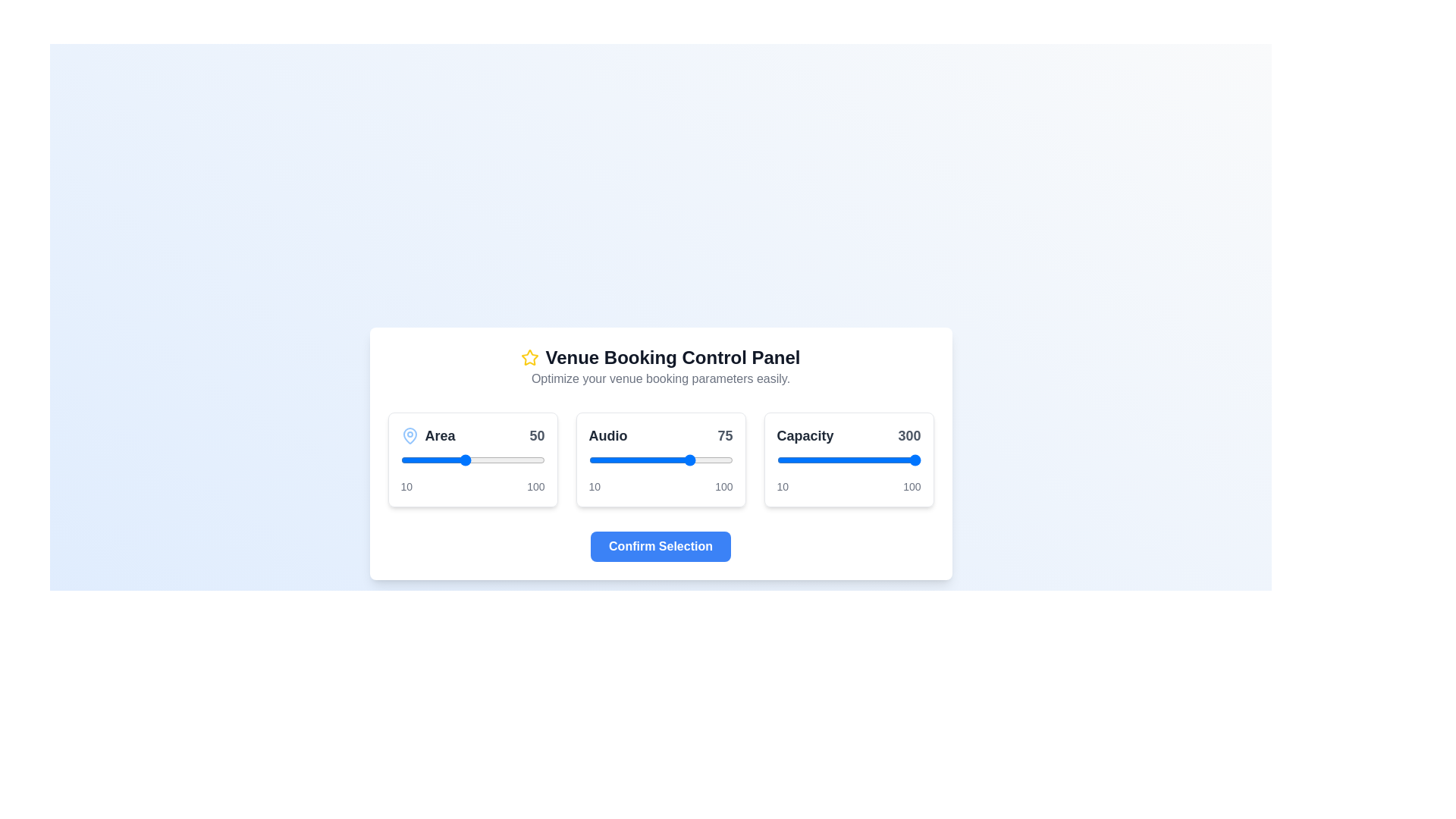 Image resolution: width=1456 pixels, height=819 pixels. Describe the element at coordinates (450, 459) in the screenshot. I see `the Area slider` at that location.